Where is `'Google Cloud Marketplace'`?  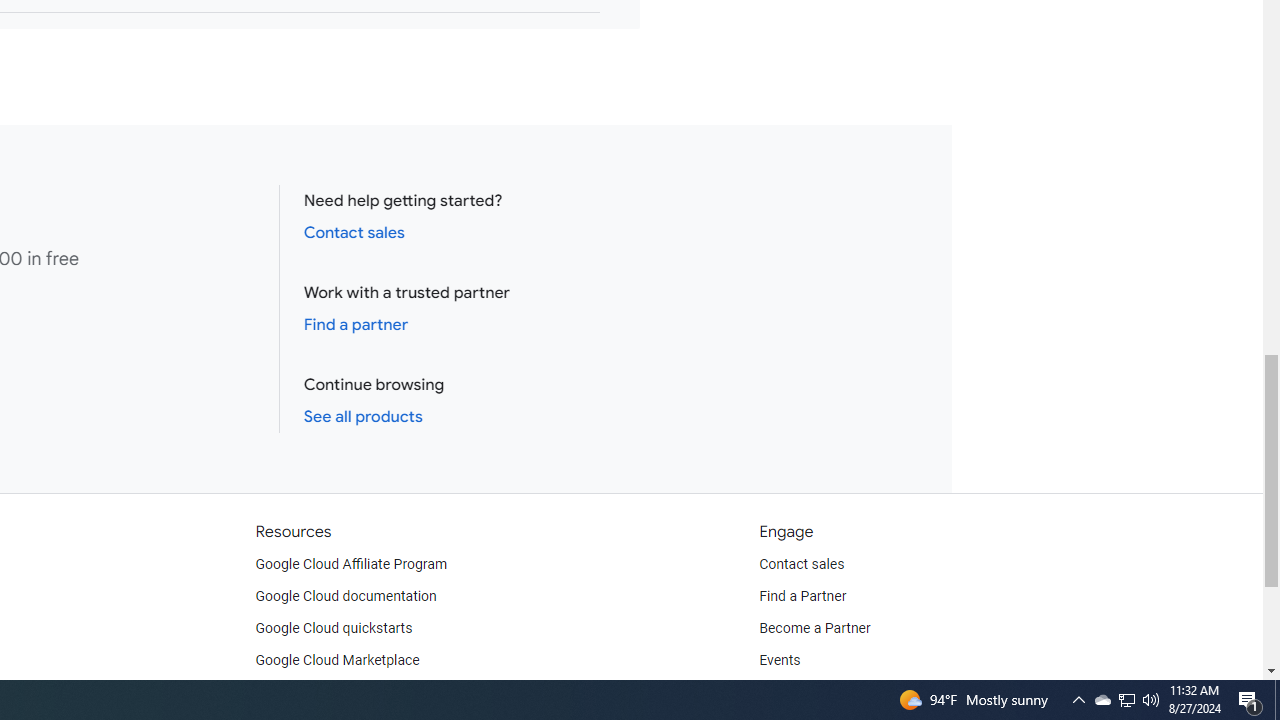 'Google Cloud Marketplace' is located at coordinates (337, 660).